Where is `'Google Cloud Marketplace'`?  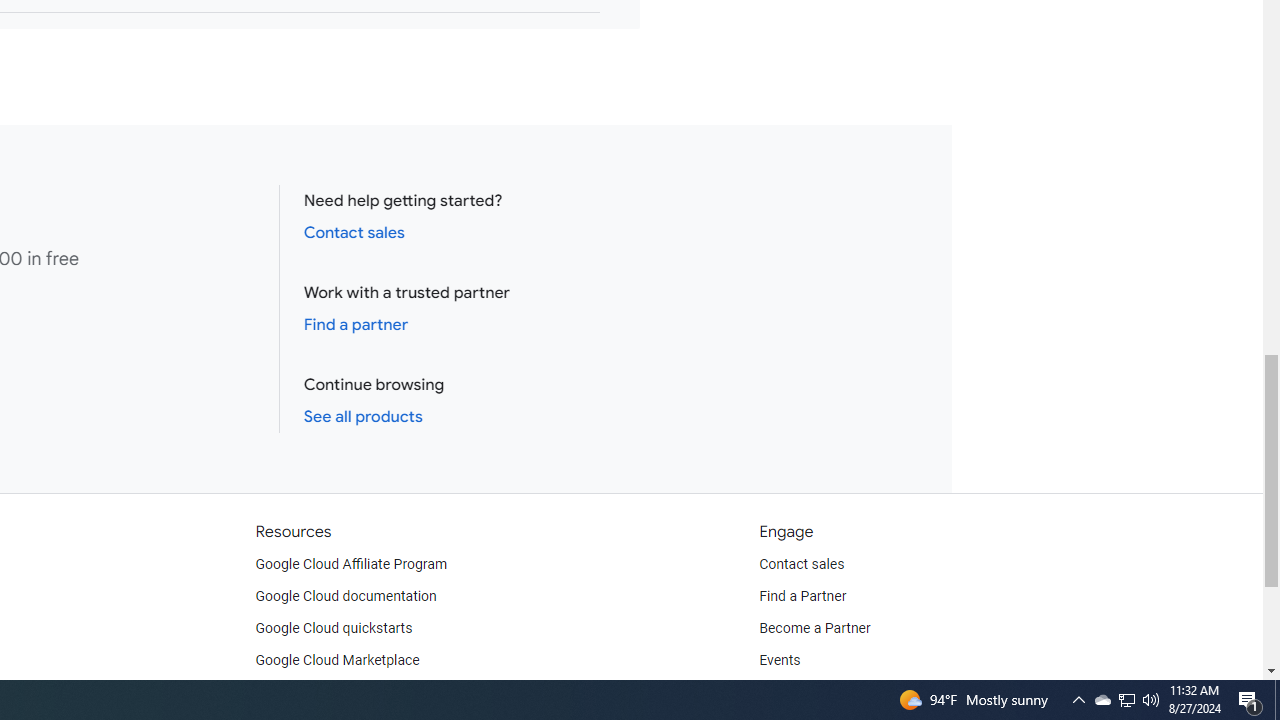 'Google Cloud Marketplace' is located at coordinates (337, 660).